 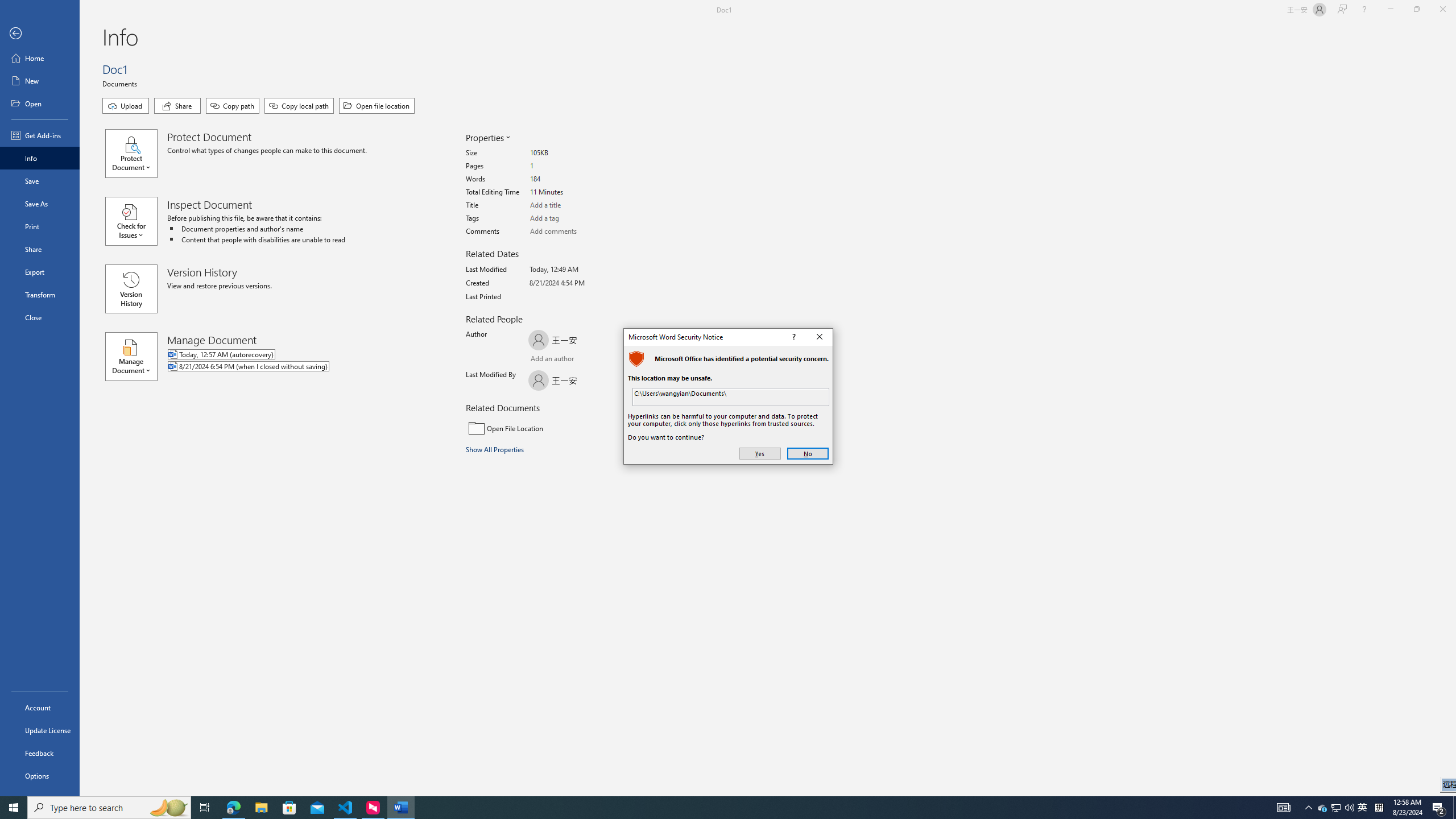 What do you see at coordinates (760, 453) in the screenshot?
I see `'Yes'` at bounding box center [760, 453].